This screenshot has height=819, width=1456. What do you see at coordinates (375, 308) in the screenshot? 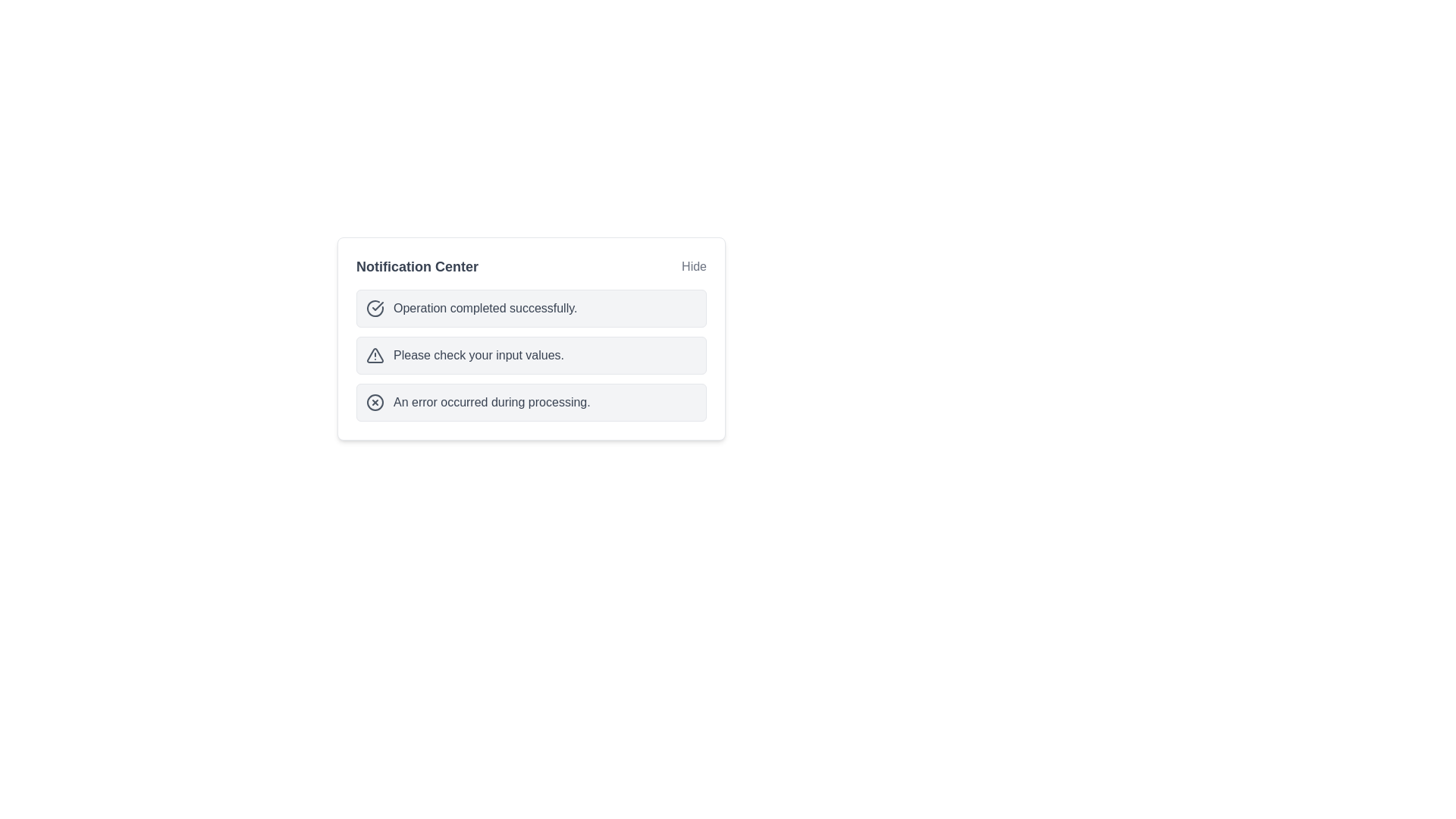
I see `the success icon located within the notification card at the top of the Notification Center` at bounding box center [375, 308].